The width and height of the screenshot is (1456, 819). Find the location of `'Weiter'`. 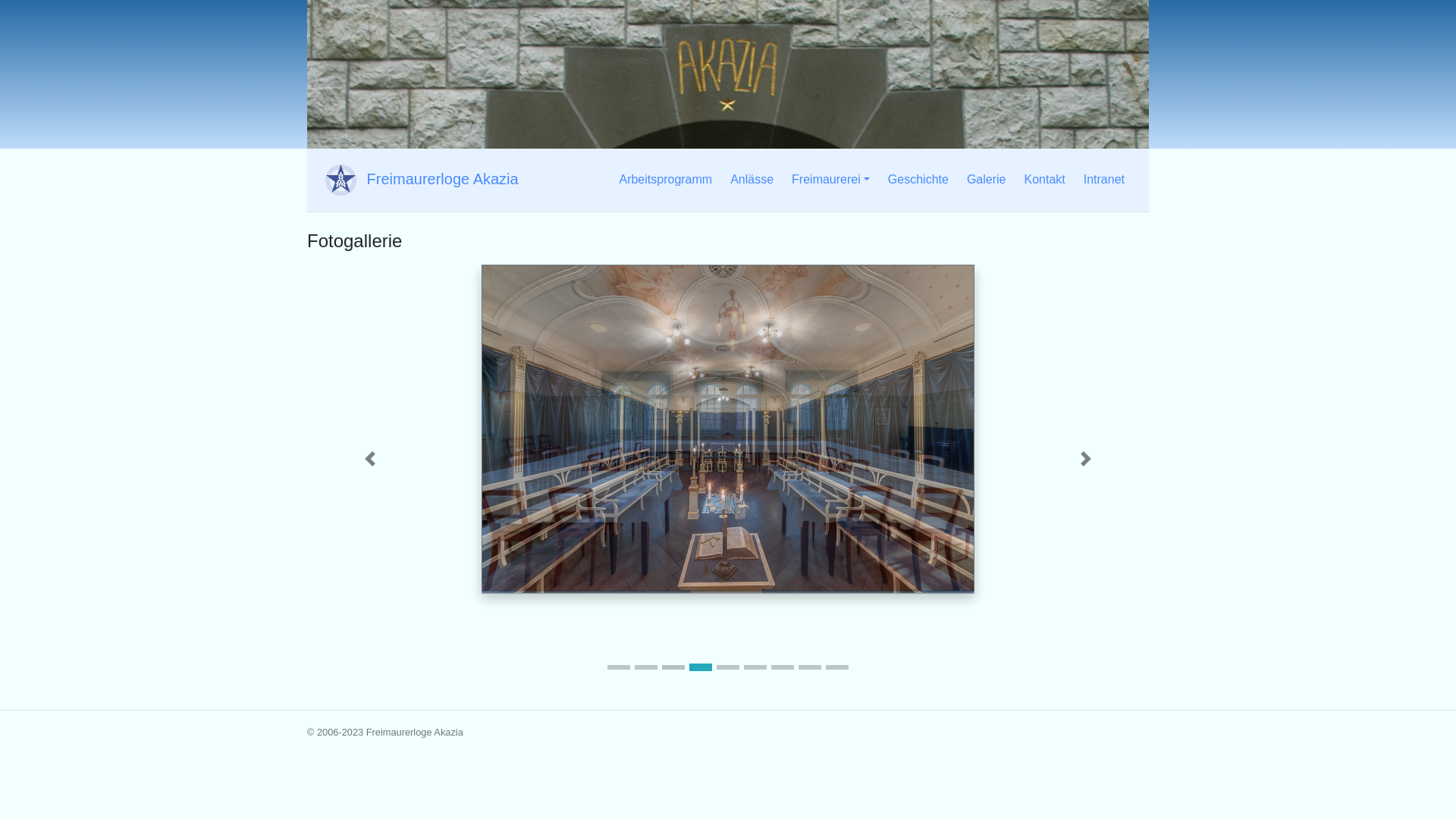

'Weiter' is located at coordinates (1022, 458).